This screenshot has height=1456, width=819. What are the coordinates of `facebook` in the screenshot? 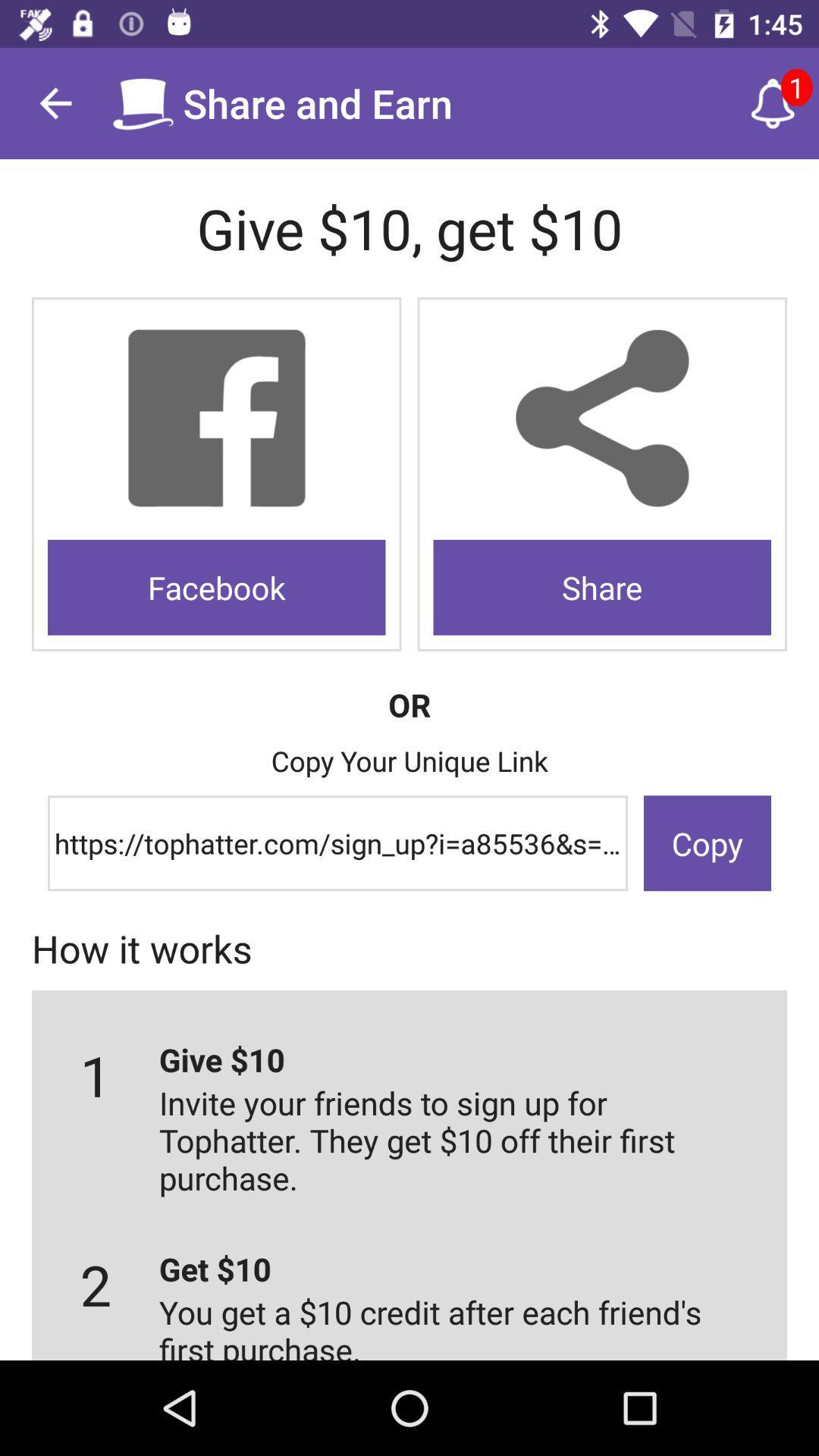 It's located at (216, 419).